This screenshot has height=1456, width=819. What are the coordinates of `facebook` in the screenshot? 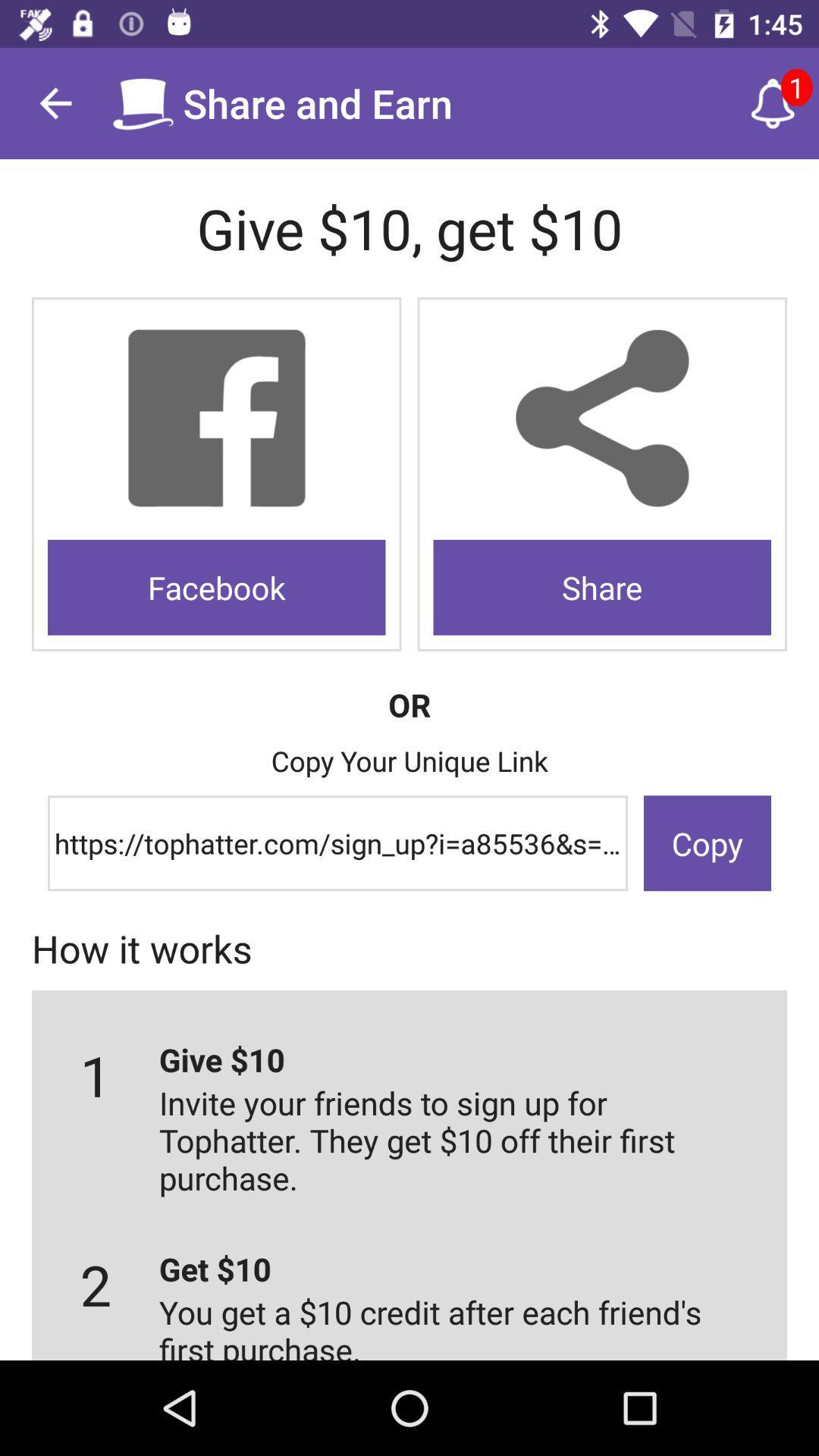 It's located at (216, 419).